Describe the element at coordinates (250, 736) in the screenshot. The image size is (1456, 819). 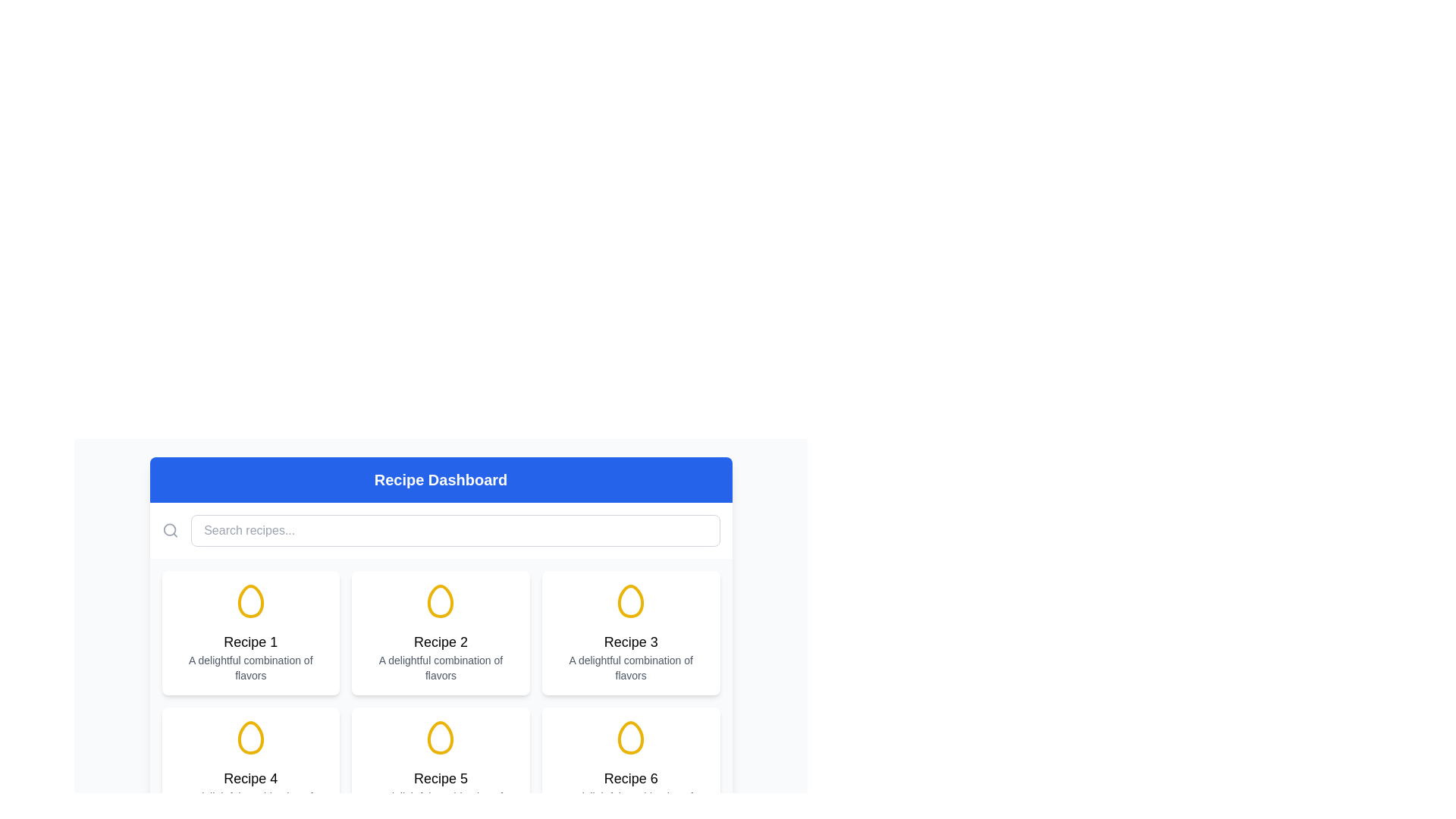
I see `the egg-shaped icon with a yellow stroke located at the top-center of the card labeled 'Recipe 4'` at that location.